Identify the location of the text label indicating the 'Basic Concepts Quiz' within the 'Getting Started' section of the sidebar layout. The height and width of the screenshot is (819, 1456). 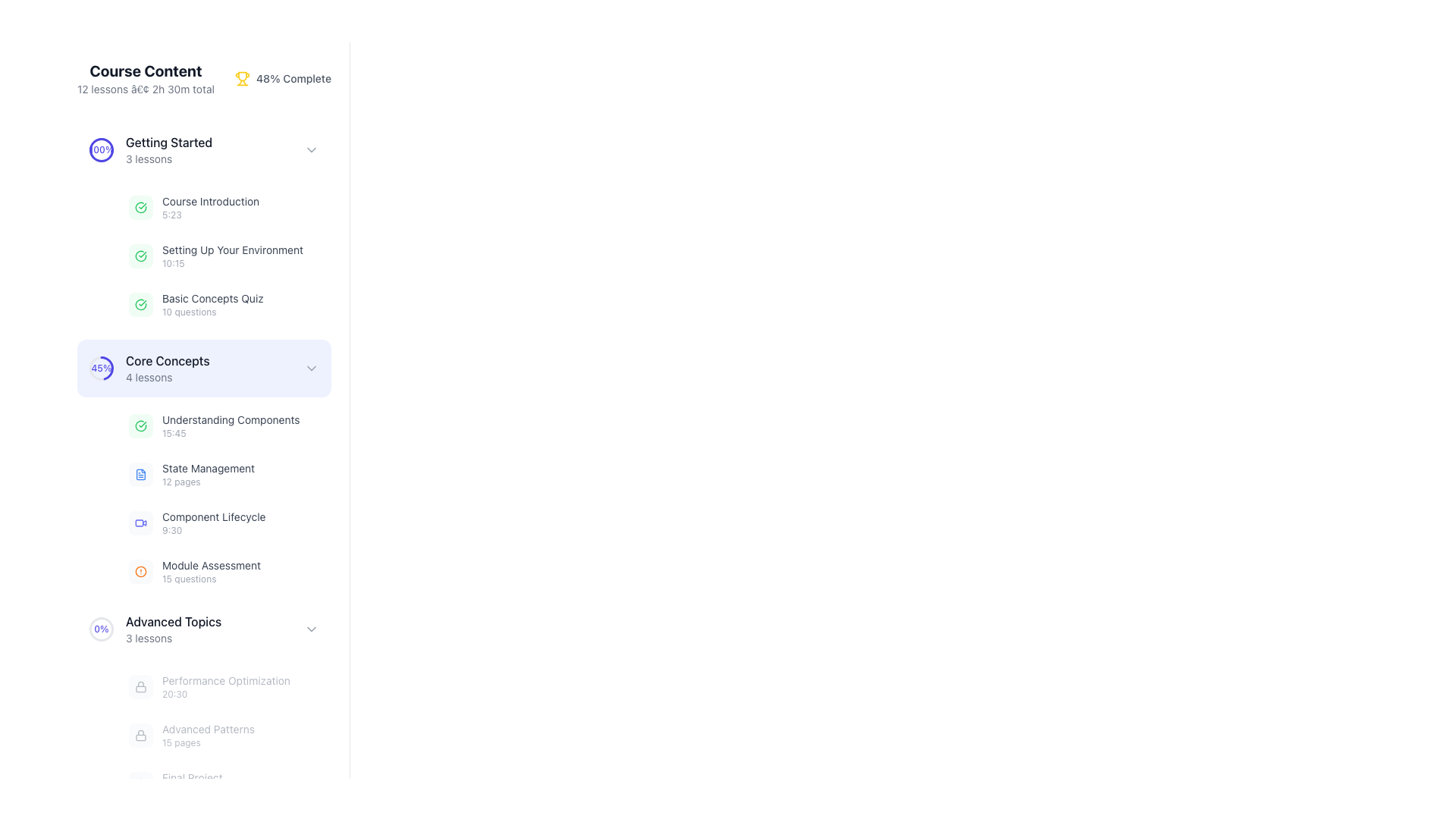
(212, 298).